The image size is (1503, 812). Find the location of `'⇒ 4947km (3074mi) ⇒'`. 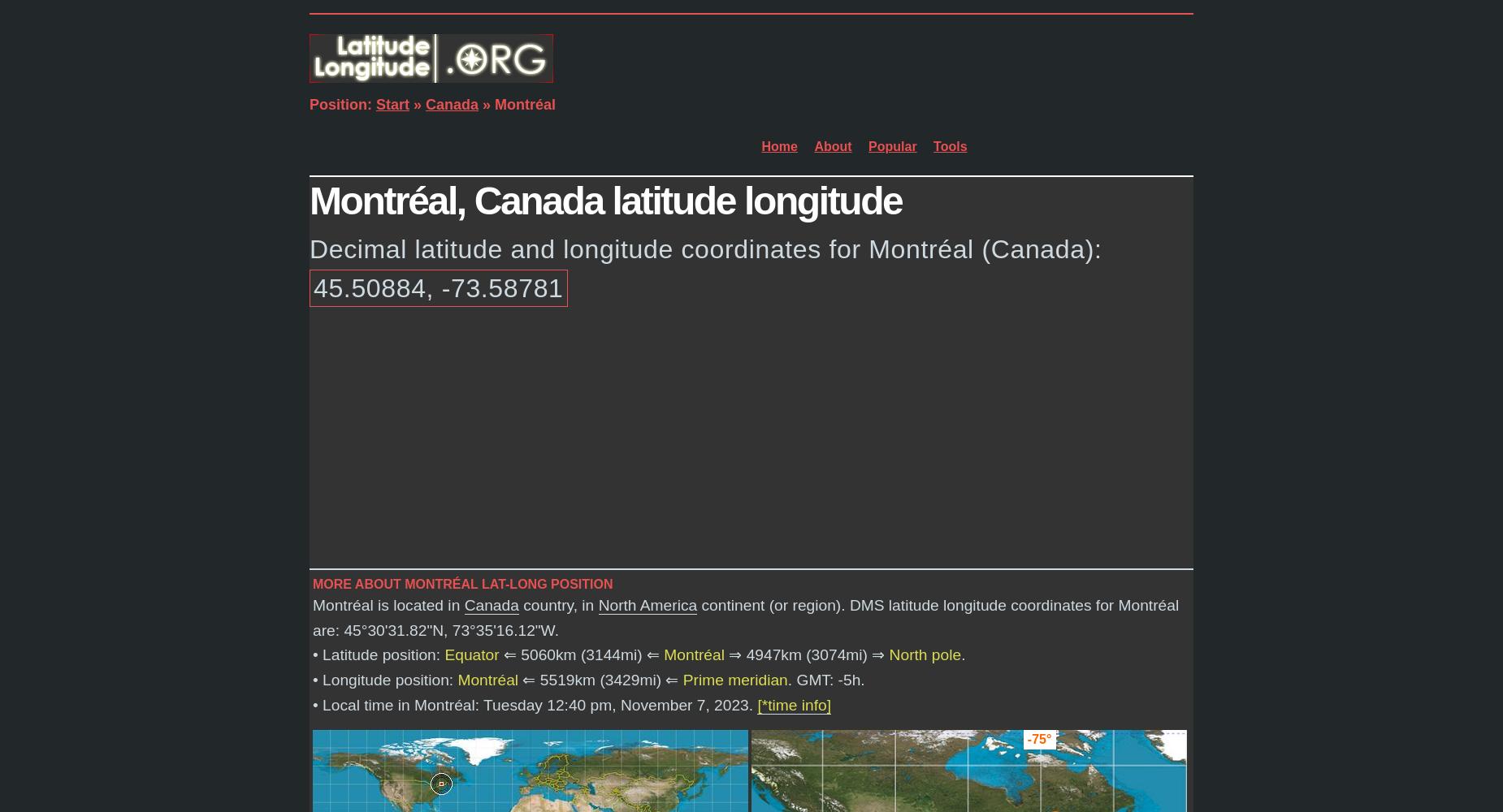

'⇒ 4947km (3074mi) ⇒' is located at coordinates (805, 654).